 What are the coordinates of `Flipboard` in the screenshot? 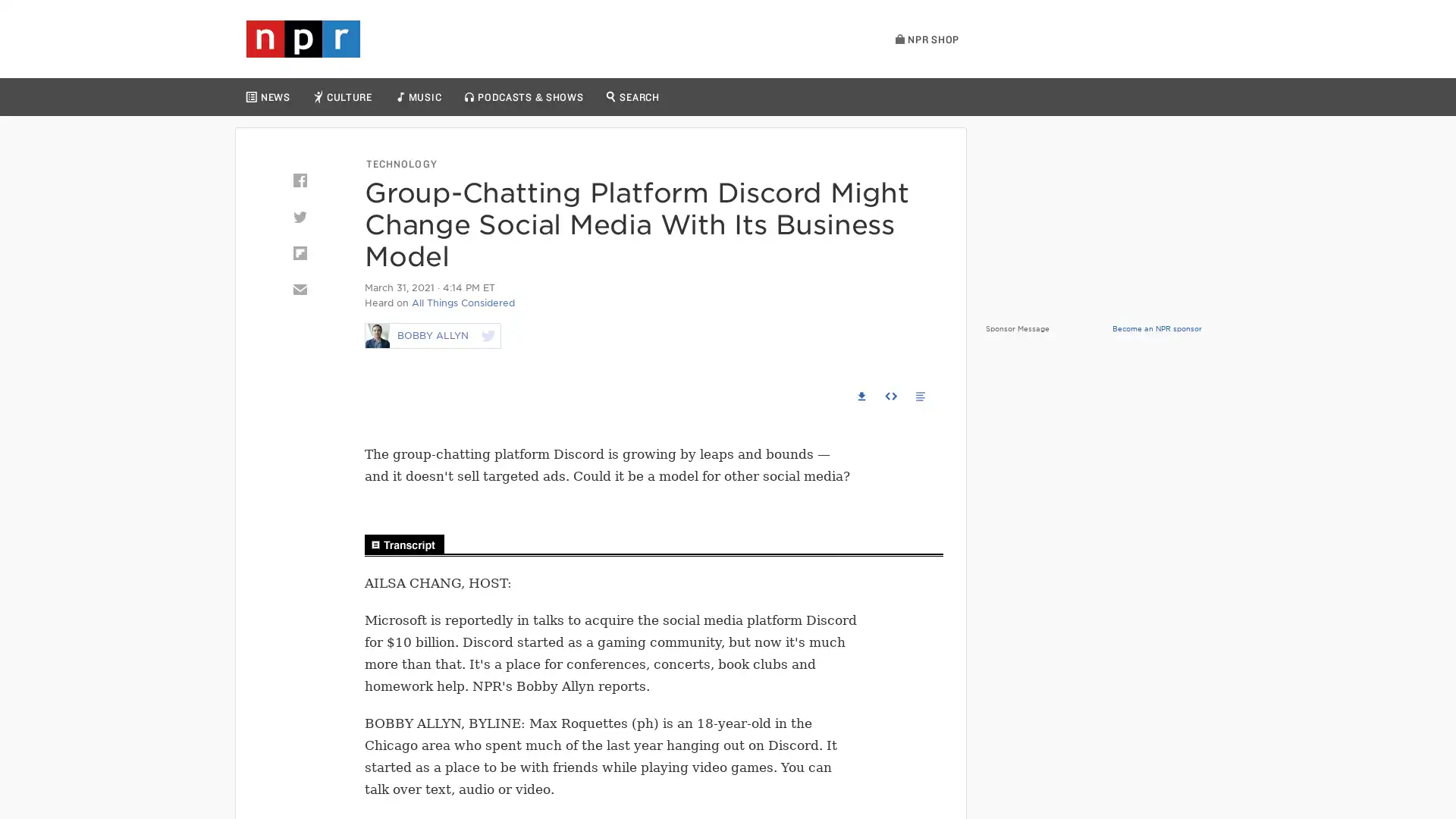 It's located at (299, 253).